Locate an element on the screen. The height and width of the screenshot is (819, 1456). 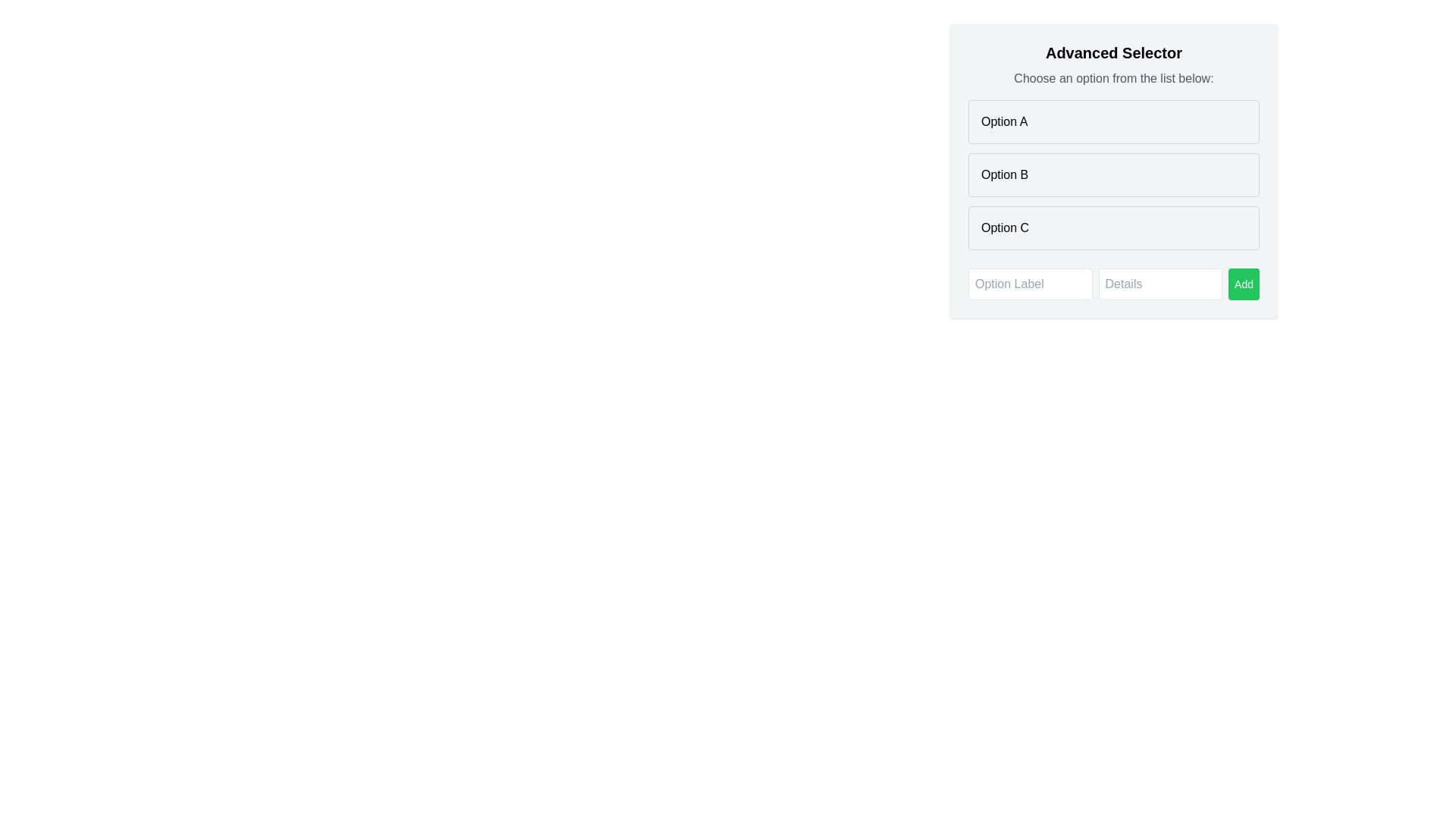
the static instructional text element located below the 'Advanced Selector' text, centrally aligned in the view is located at coordinates (1113, 79).